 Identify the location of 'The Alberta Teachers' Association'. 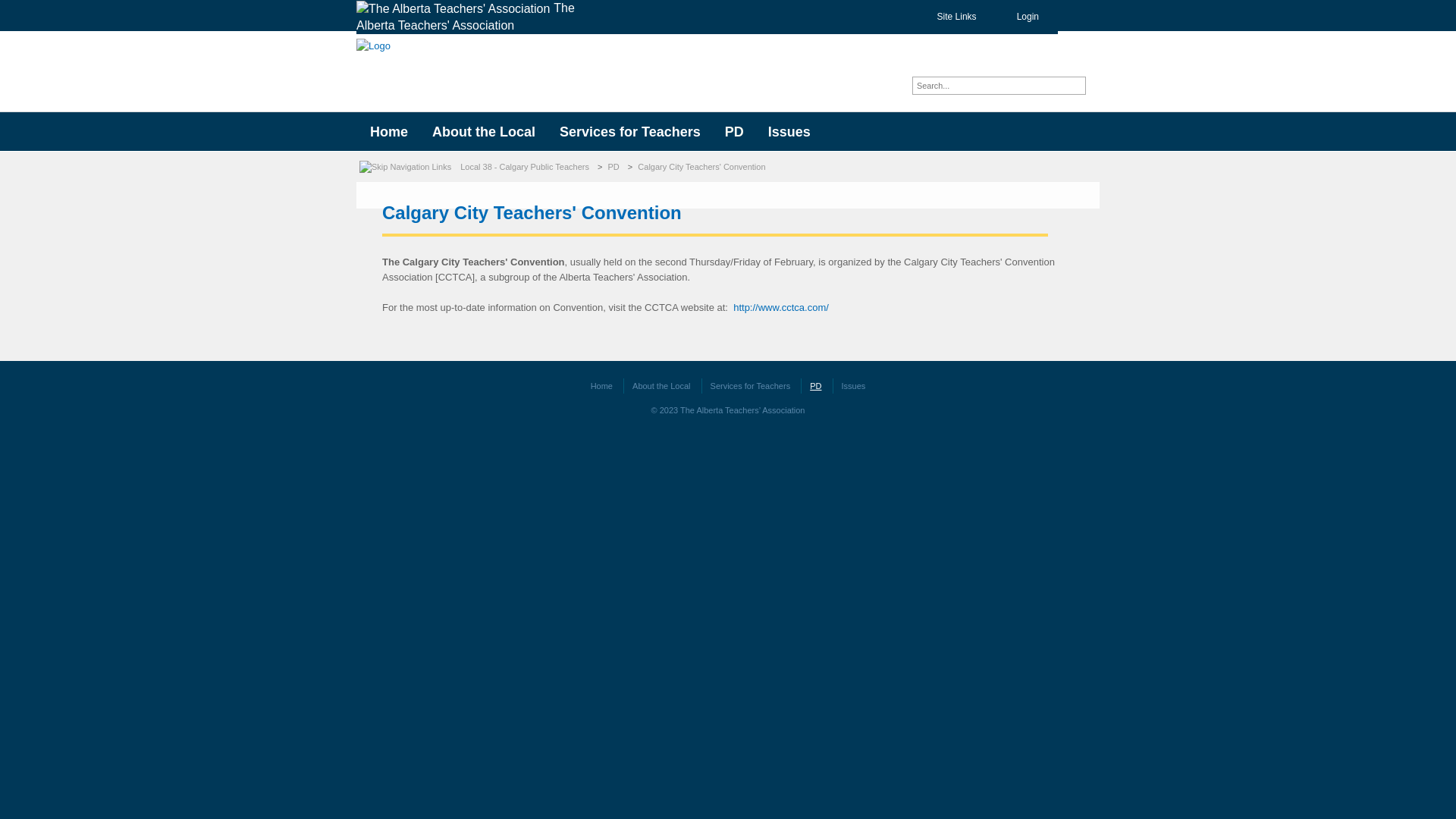
(475, 17).